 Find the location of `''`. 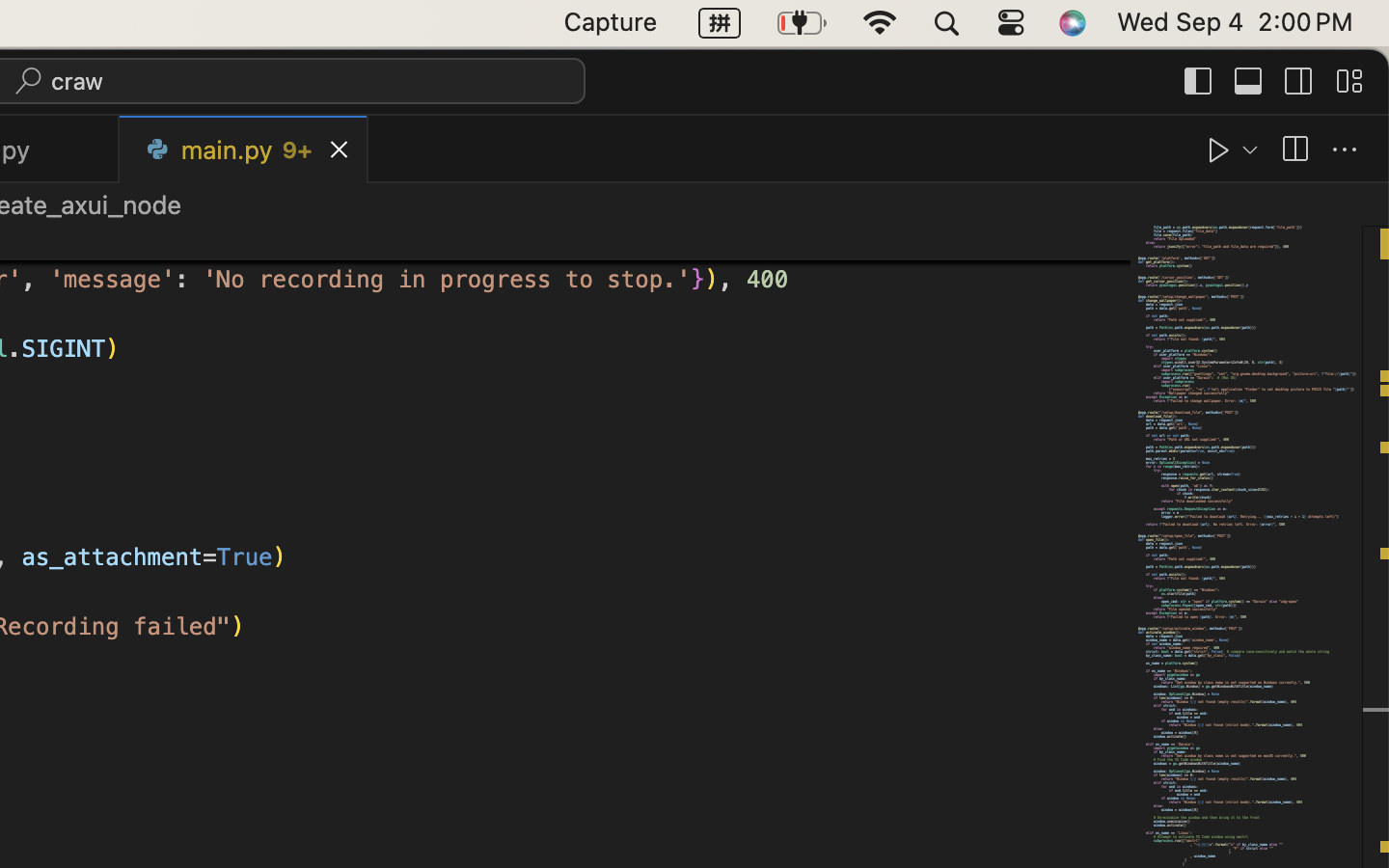

'' is located at coordinates (1293, 149).